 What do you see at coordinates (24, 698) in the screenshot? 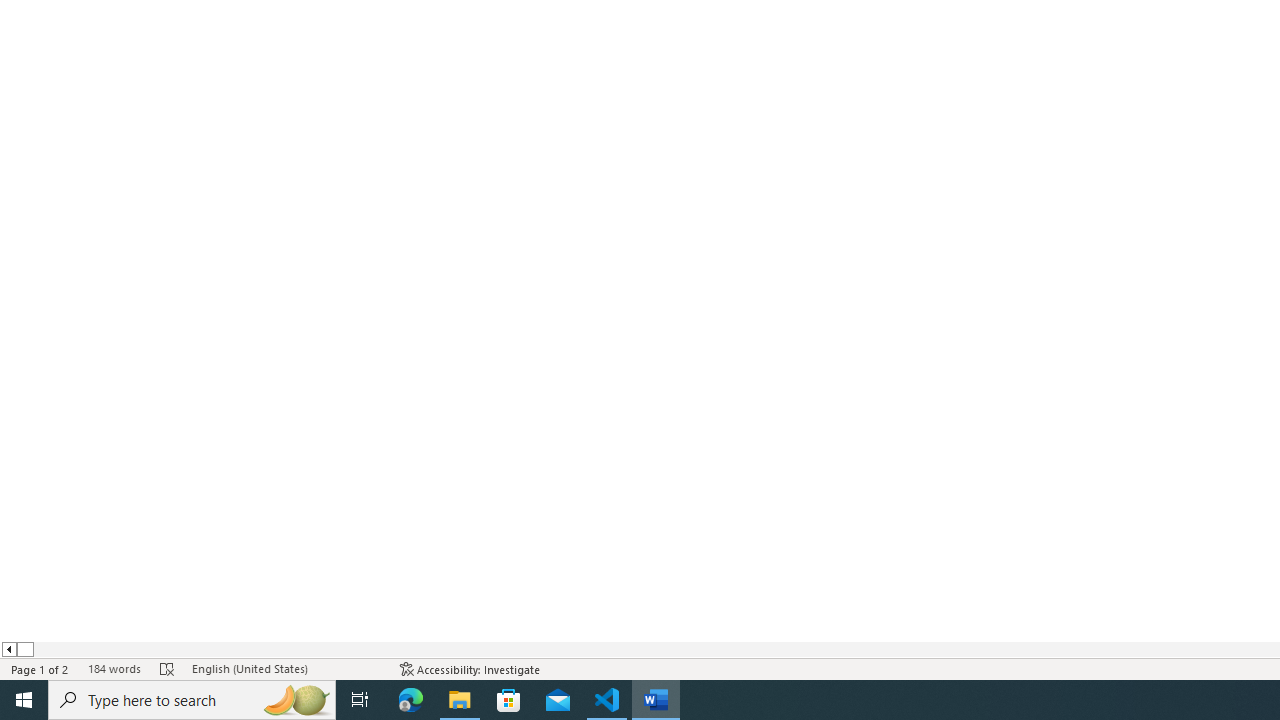
I see `'Start'` at bounding box center [24, 698].